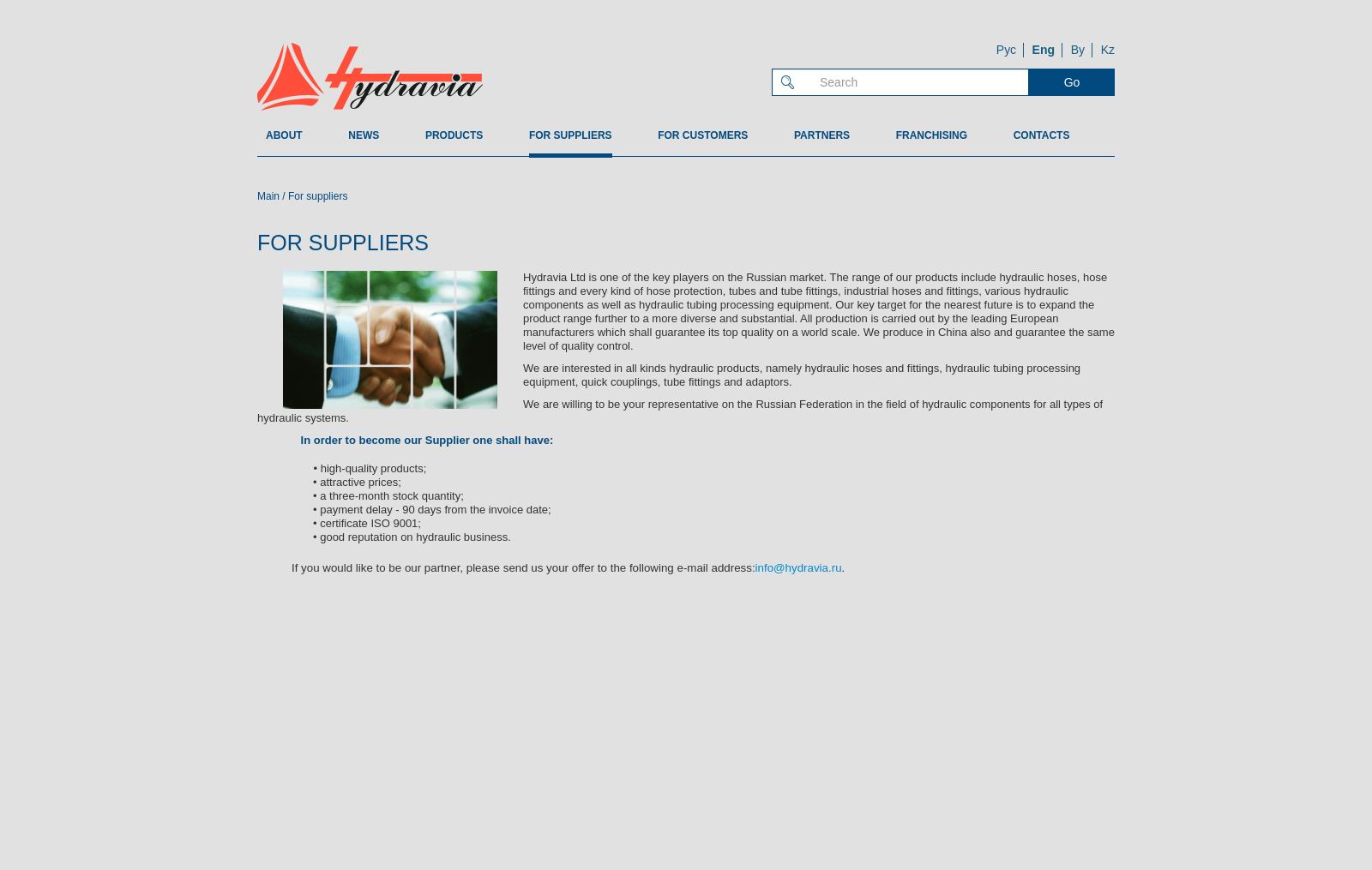  I want to click on 'About', so click(284, 135).